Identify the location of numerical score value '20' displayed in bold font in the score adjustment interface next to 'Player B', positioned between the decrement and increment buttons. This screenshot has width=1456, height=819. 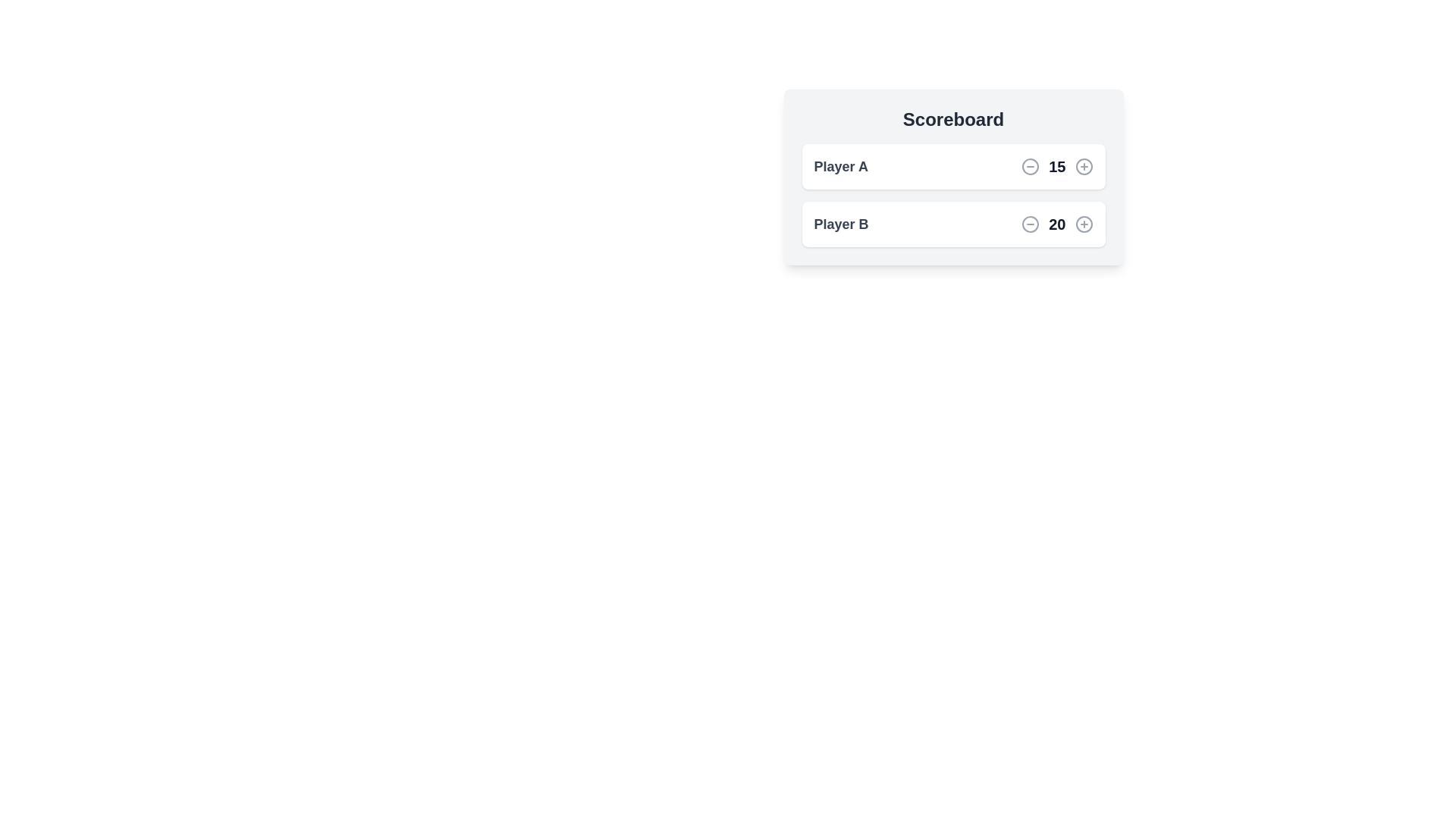
(1056, 224).